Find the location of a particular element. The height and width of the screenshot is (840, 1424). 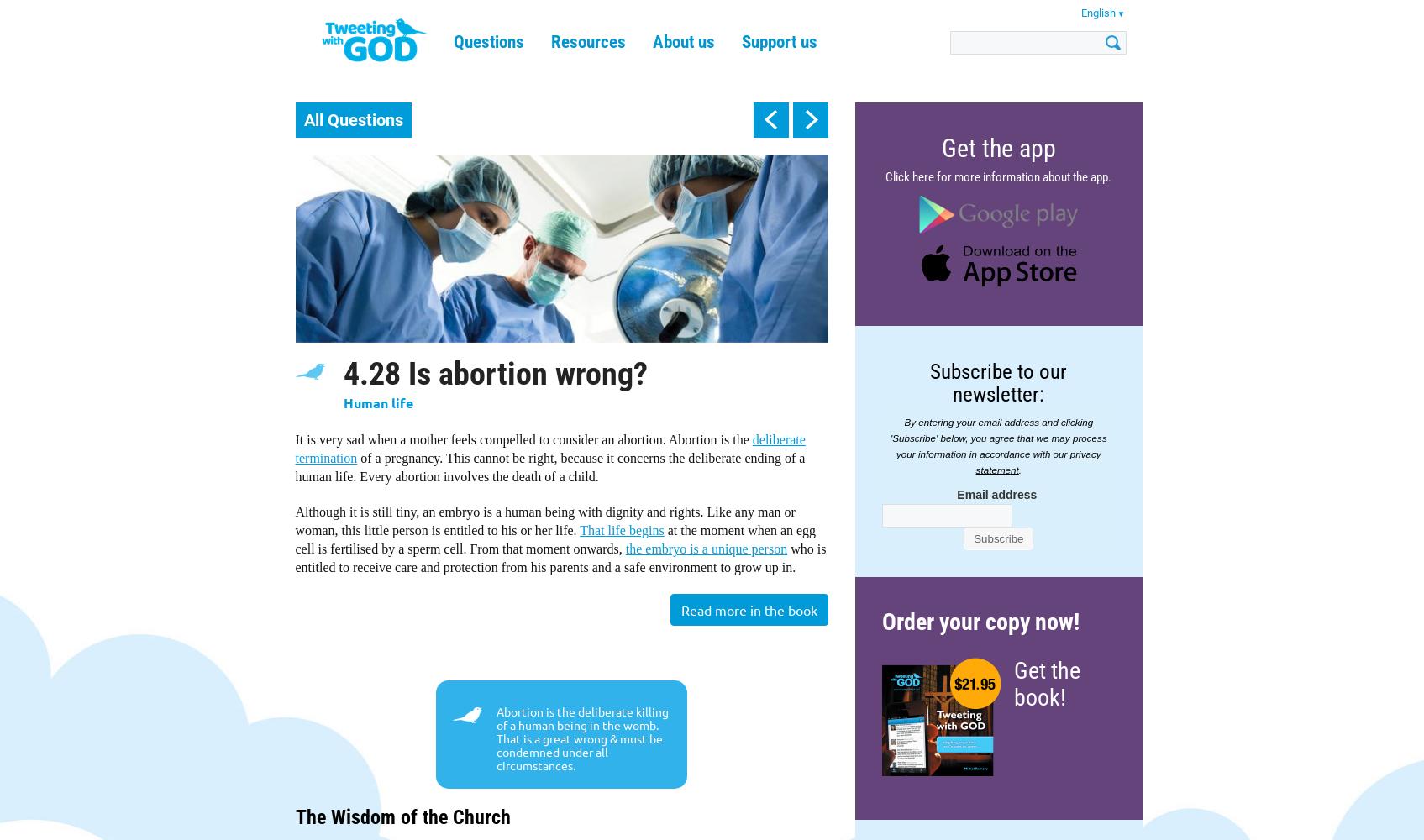

'privacy statement' is located at coordinates (1038, 461).